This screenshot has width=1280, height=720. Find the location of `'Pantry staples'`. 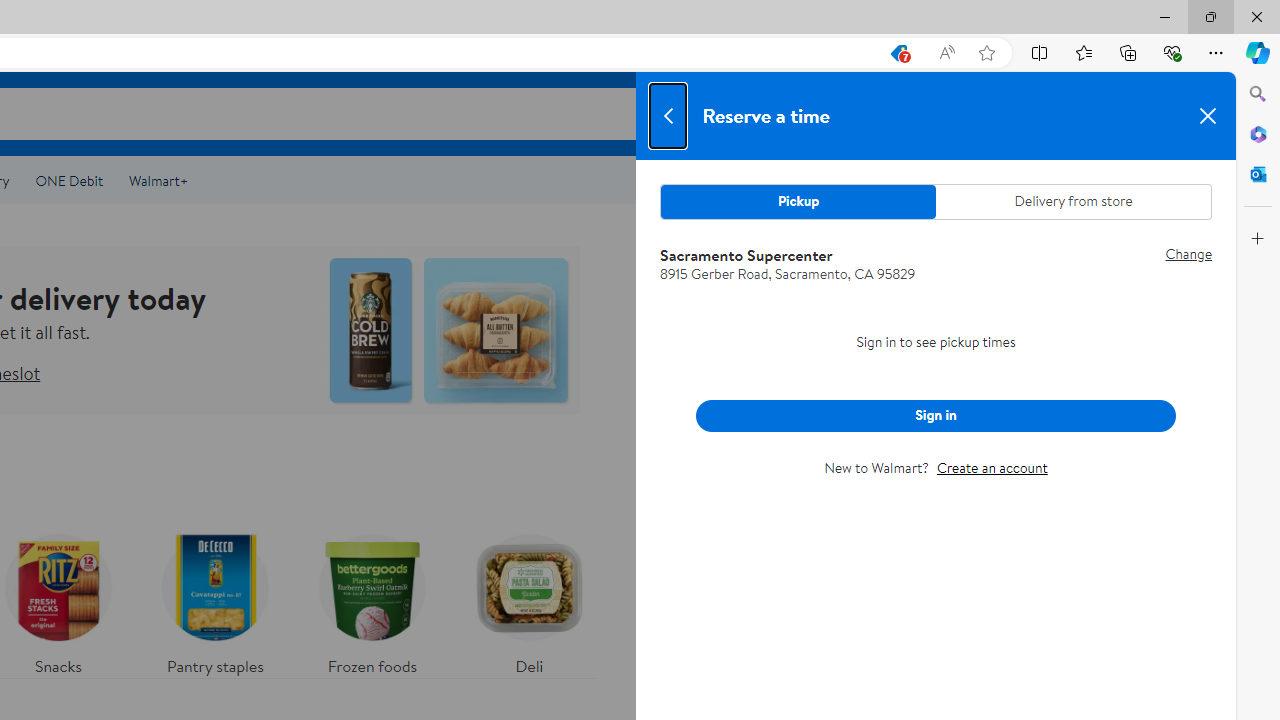

'Pantry staples' is located at coordinates (215, 598).